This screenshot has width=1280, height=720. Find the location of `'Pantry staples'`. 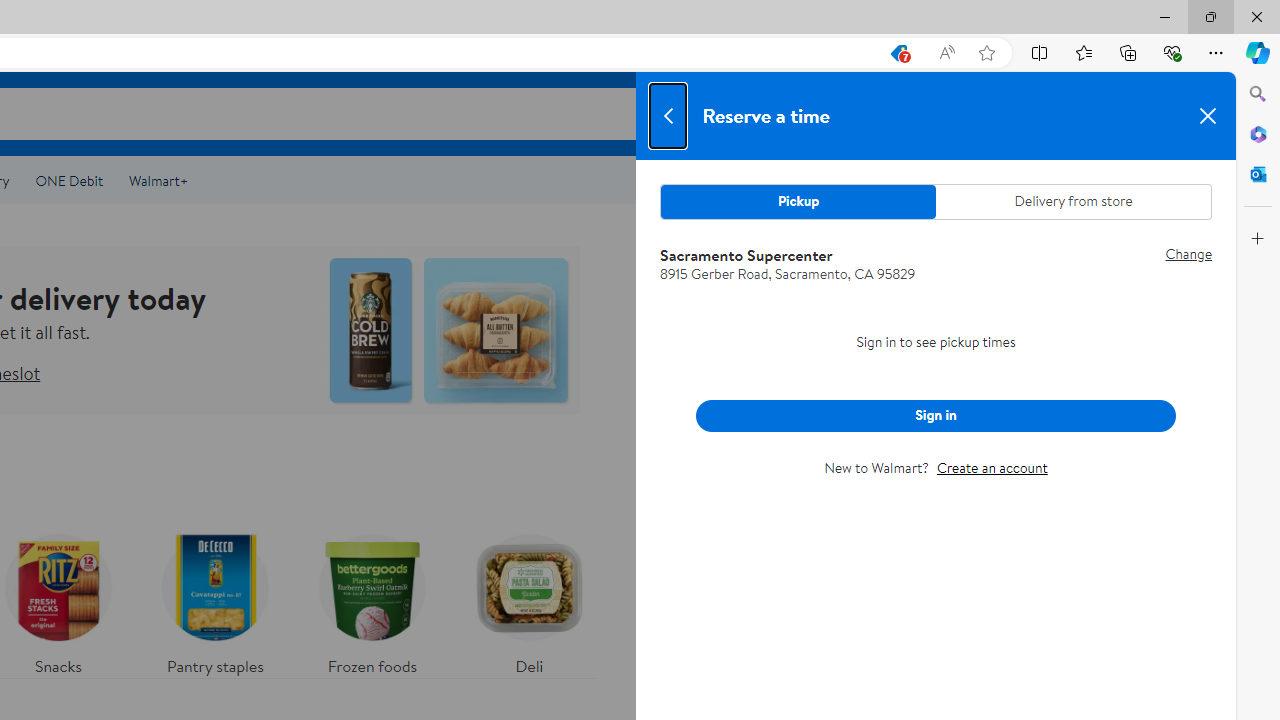

'Pantry staples' is located at coordinates (215, 598).